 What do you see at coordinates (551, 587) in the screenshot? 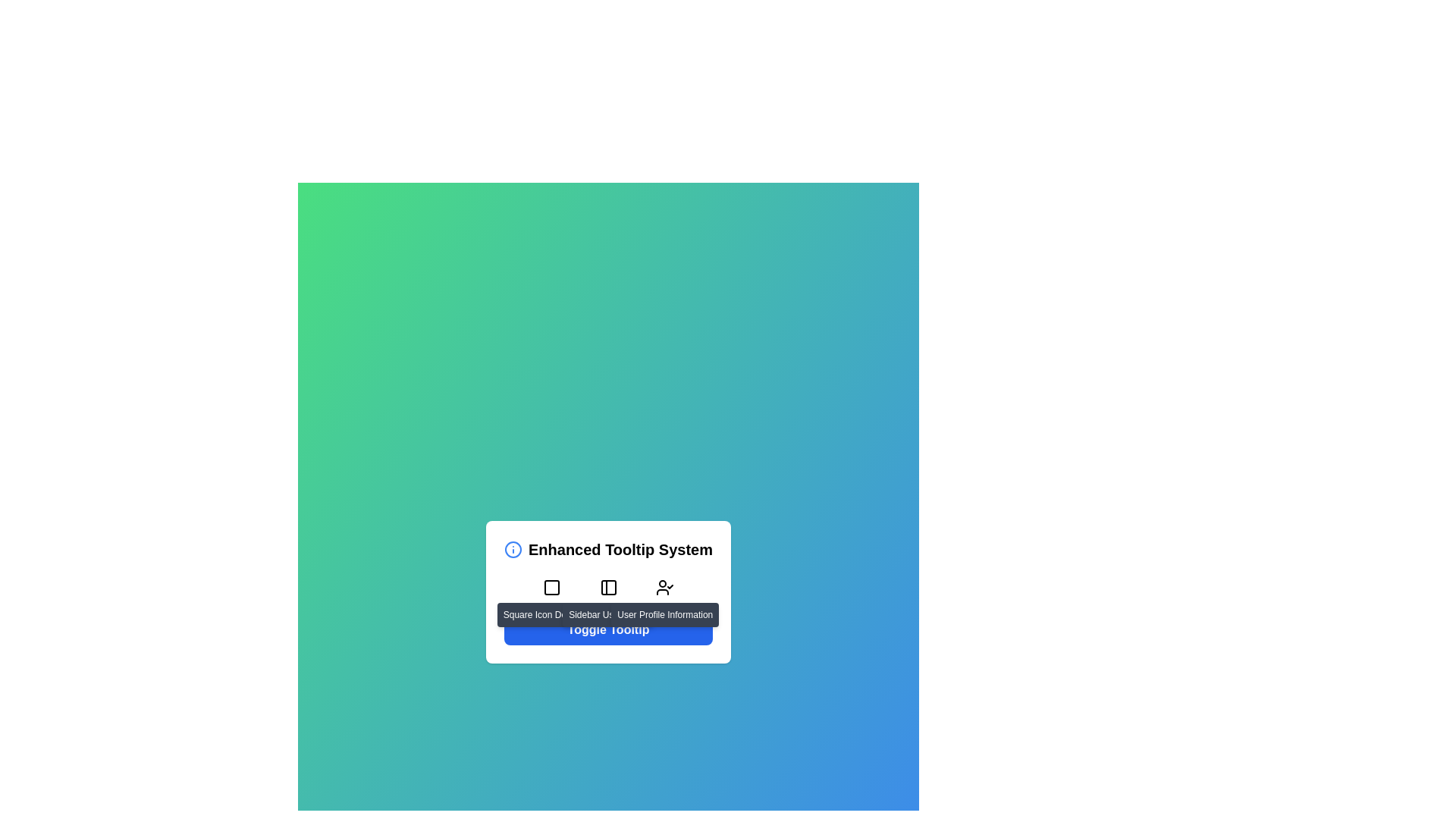
I see `the decorative element located within the second icon from the left under the 'Enhanced Tooltip System' header, which serves as a visual indicator in the square icon` at bounding box center [551, 587].